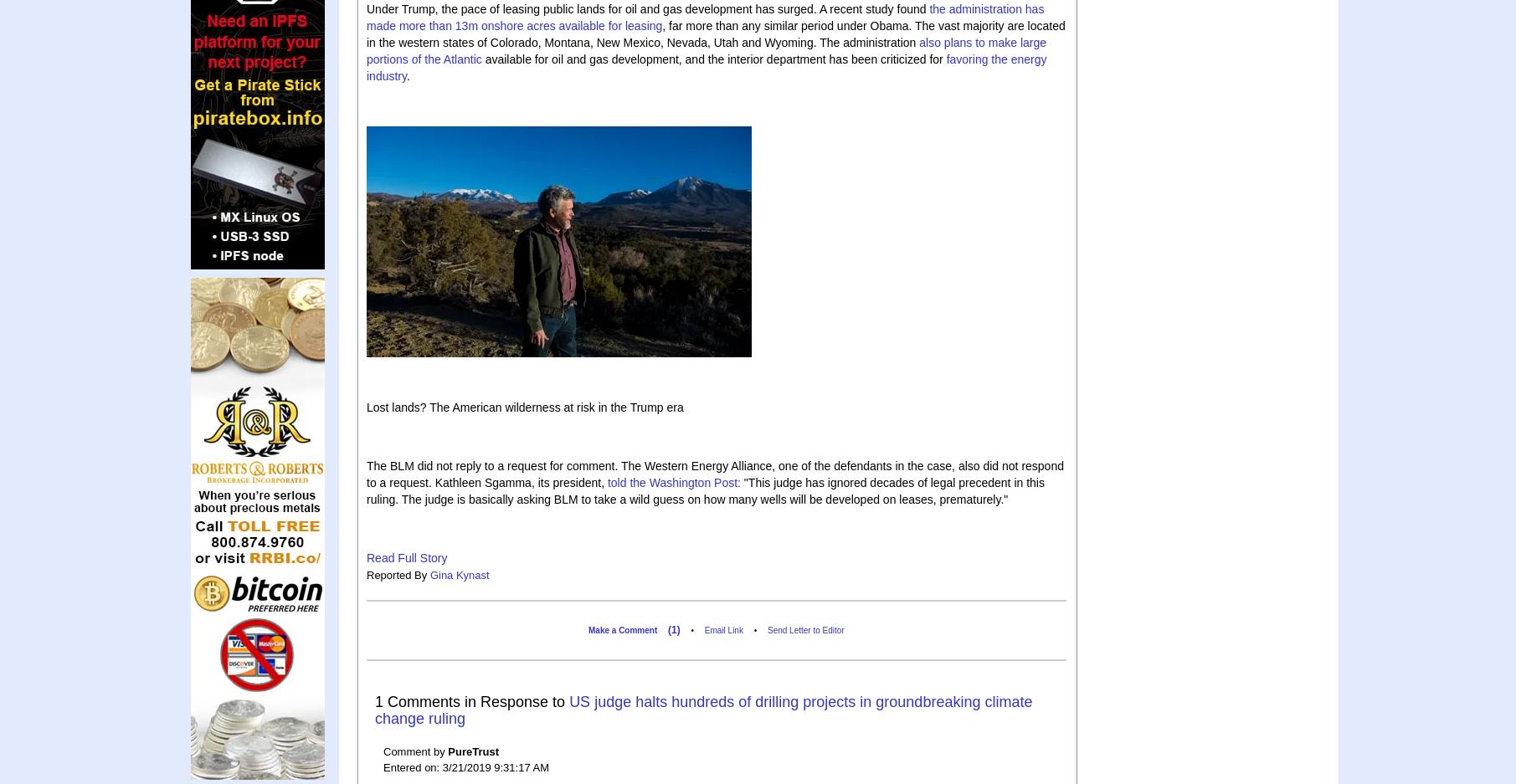  I want to click on 'also plans to make large portions of the Atlantic', so click(706, 49).